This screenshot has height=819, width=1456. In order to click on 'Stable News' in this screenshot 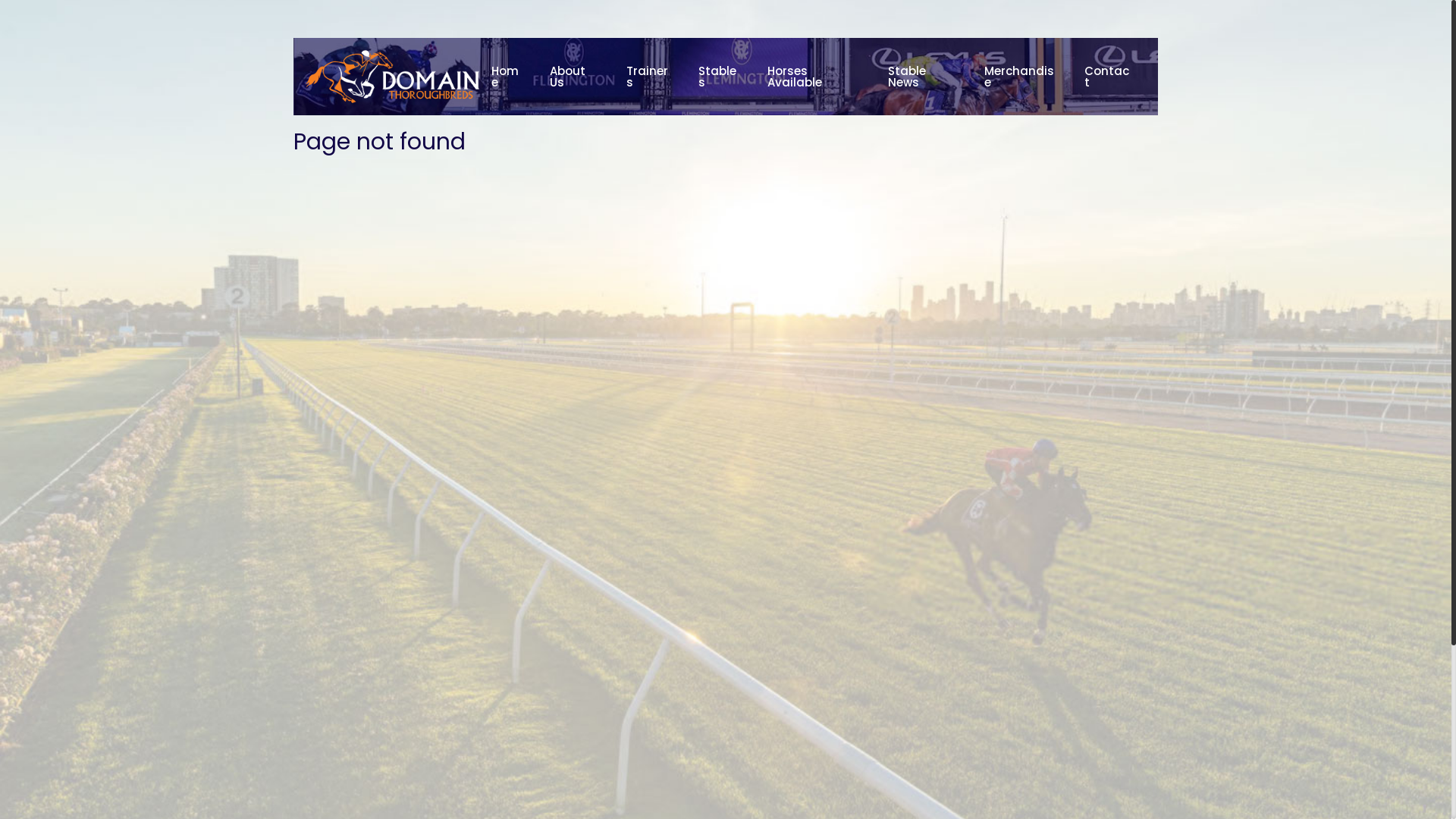, I will do `click(923, 76)`.